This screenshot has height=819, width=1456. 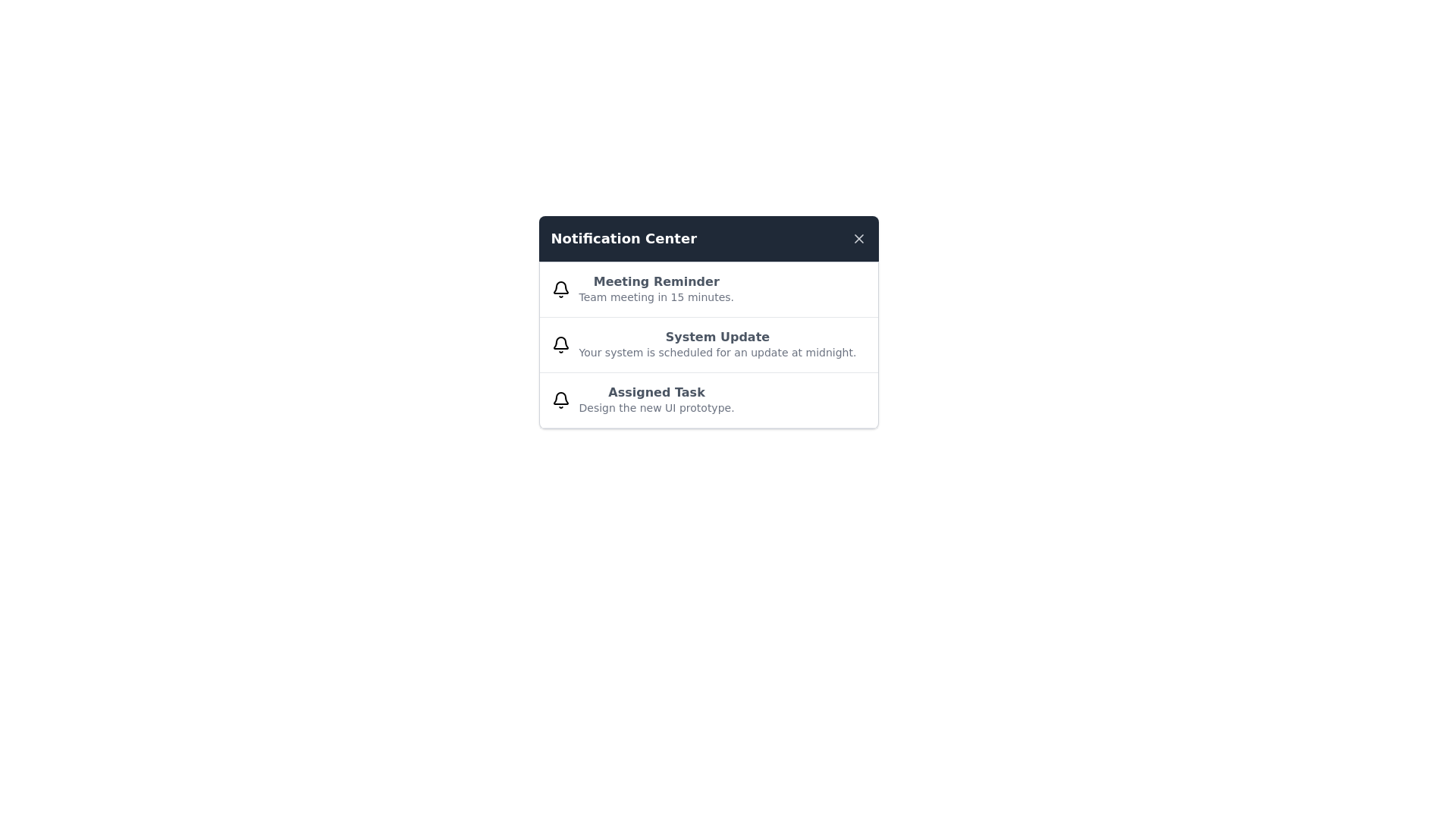 I want to click on the static informational text located directly beneath the 'System Update' title in the second notification card of the notification panel, so click(x=717, y=353).